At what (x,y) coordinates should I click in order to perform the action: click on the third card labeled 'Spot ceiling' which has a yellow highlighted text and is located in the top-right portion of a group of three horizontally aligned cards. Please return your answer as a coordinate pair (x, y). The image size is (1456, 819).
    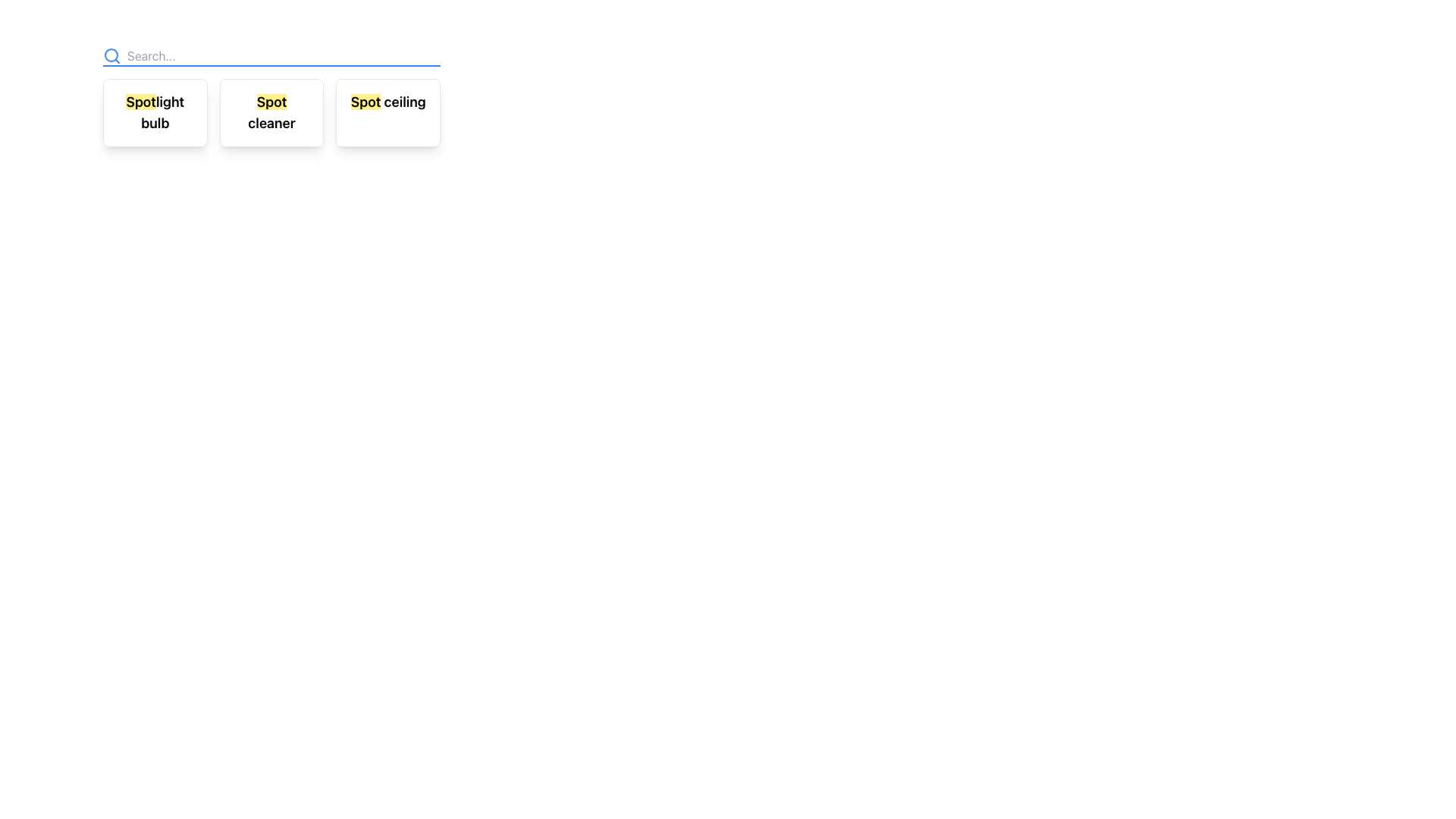
    Looking at the image, I should click on (388, 112).